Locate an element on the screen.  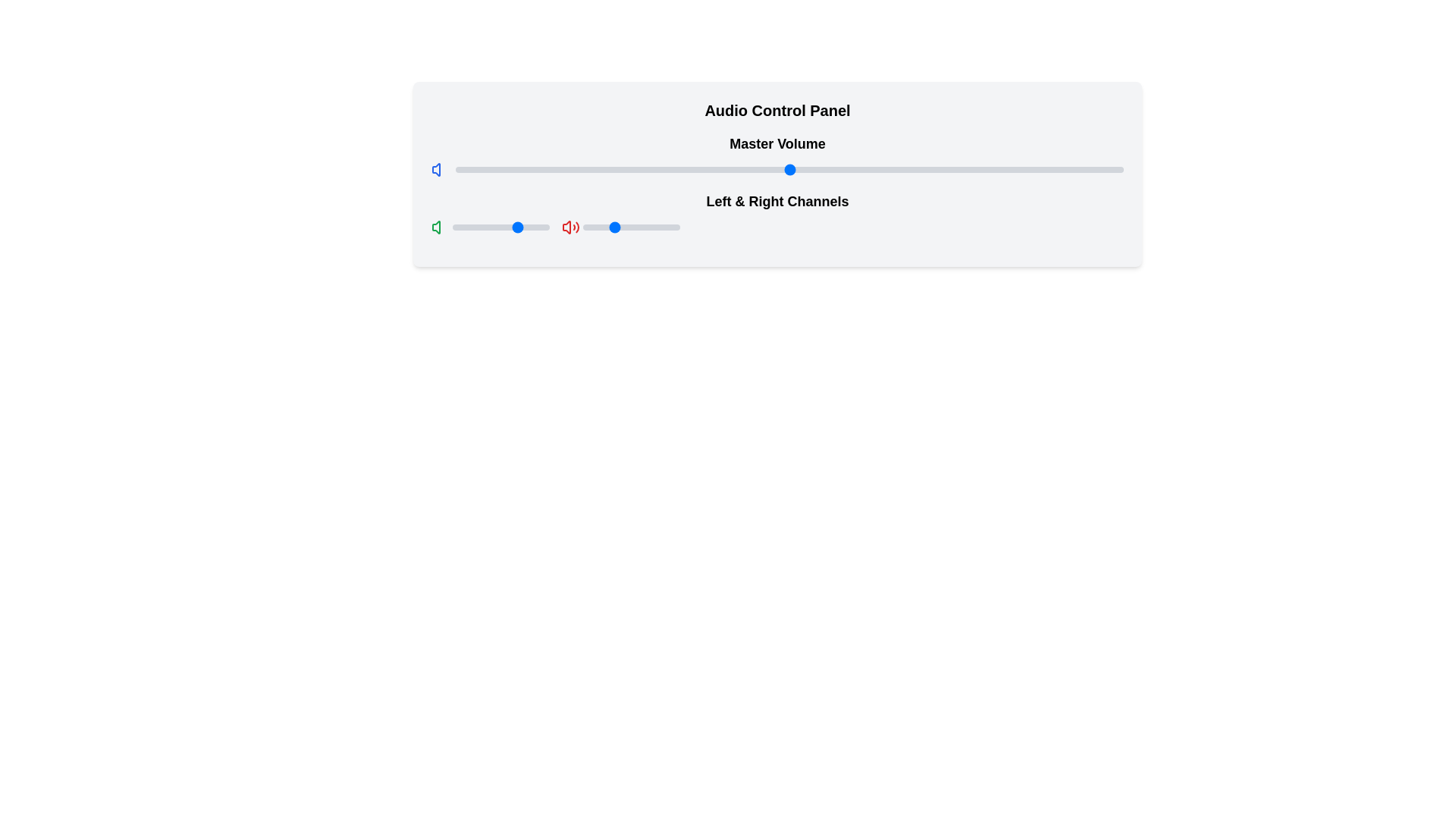
the master volume is located at coordinates (910, 169).